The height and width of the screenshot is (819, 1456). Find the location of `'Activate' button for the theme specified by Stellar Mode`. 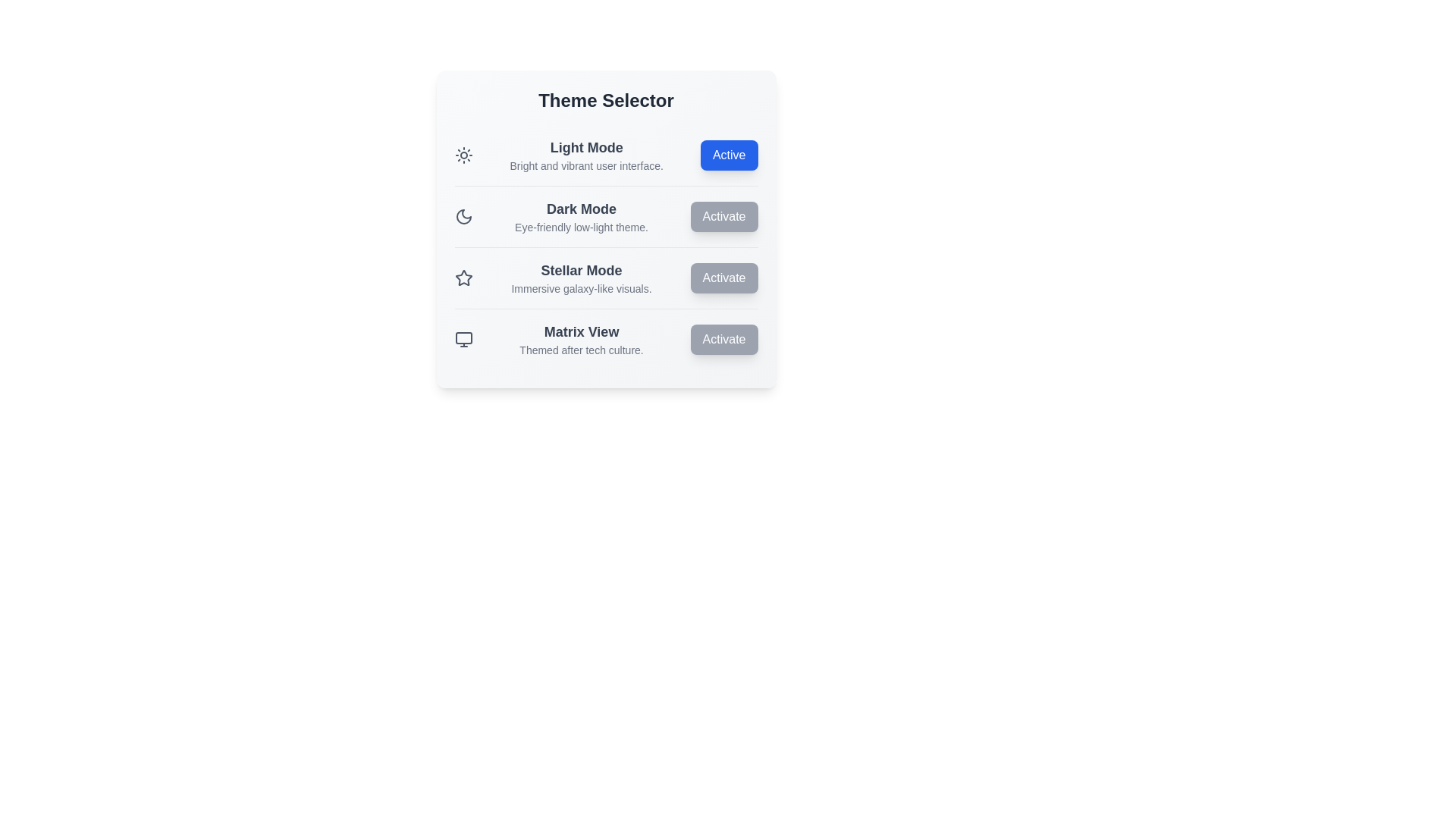

'Activate' button for the theme specified by Stellar Mode is located at coordinates (723, 278).